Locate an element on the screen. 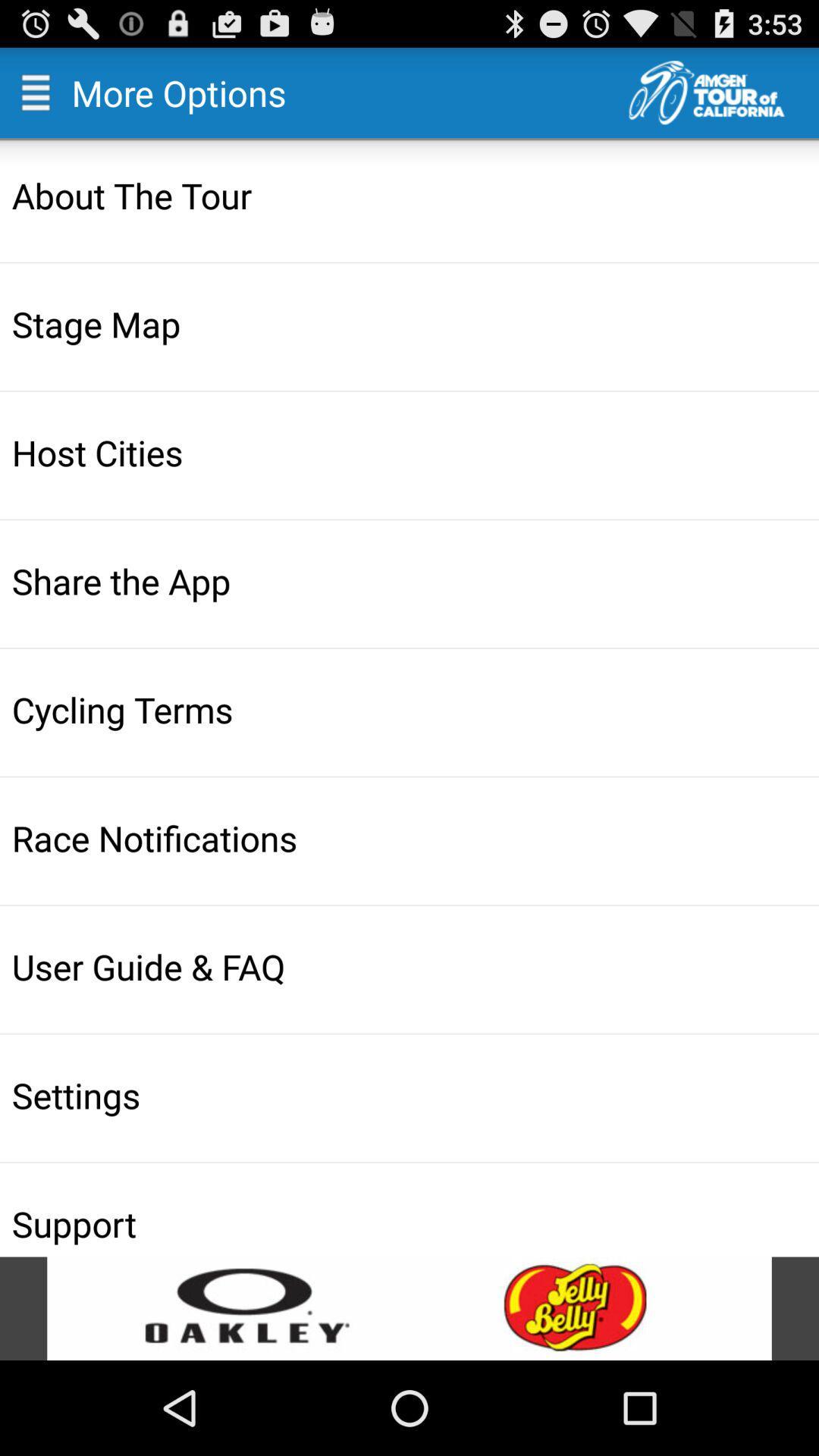 The width and height of the screenshot is (819, 1456). angel tour of california is located at coordinates (723, 92).